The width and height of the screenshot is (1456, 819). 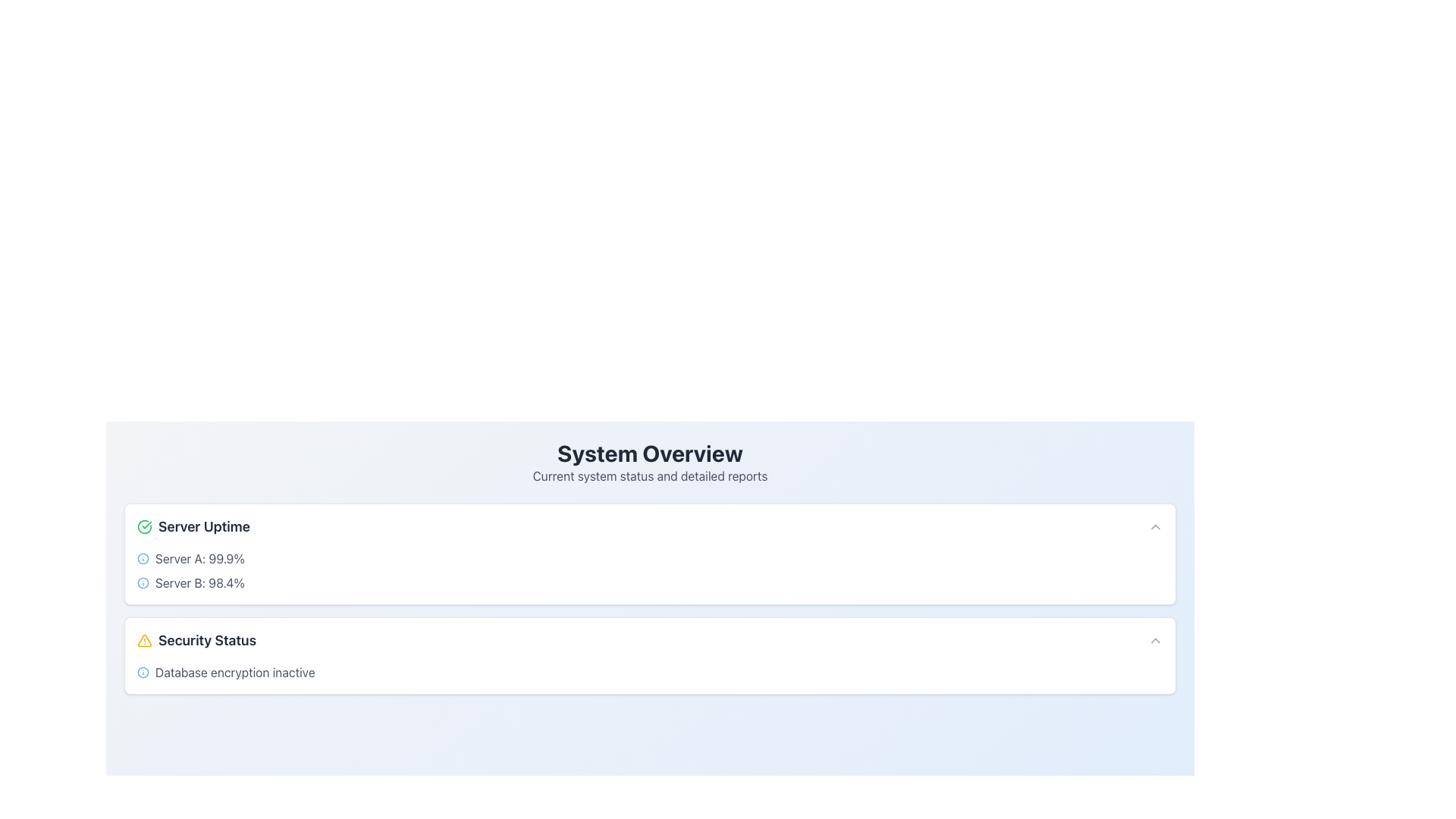 I want to click on the yellow-bordered triangular alert icon with an exclamation mark inside, located in the lower section of the interface within the 'Security Status' card, so click(x=145, y=640).